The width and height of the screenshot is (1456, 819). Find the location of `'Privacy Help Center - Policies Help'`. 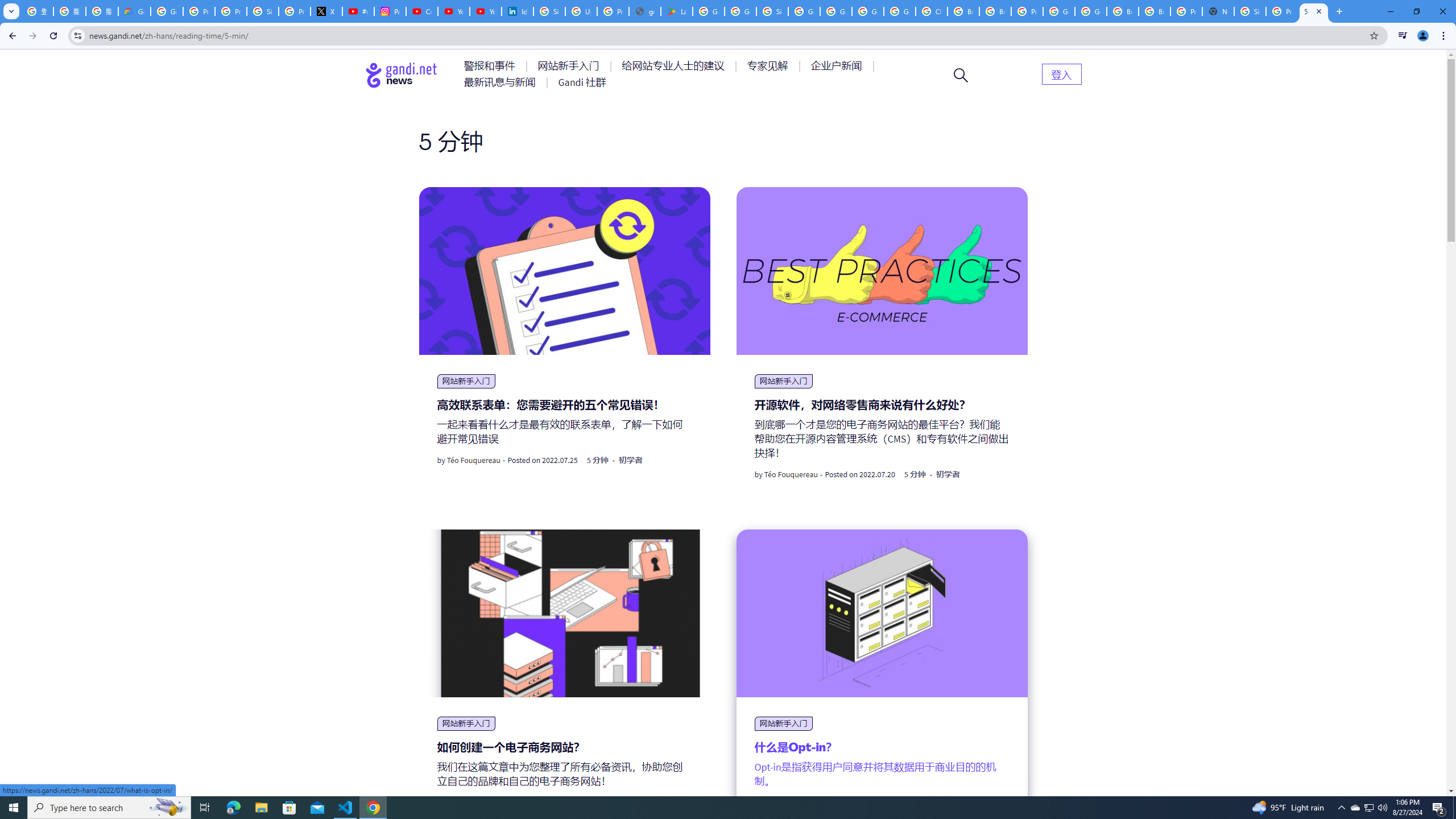

'Privacy Help Center - Policies Help' is located at coordinates (198, 11).